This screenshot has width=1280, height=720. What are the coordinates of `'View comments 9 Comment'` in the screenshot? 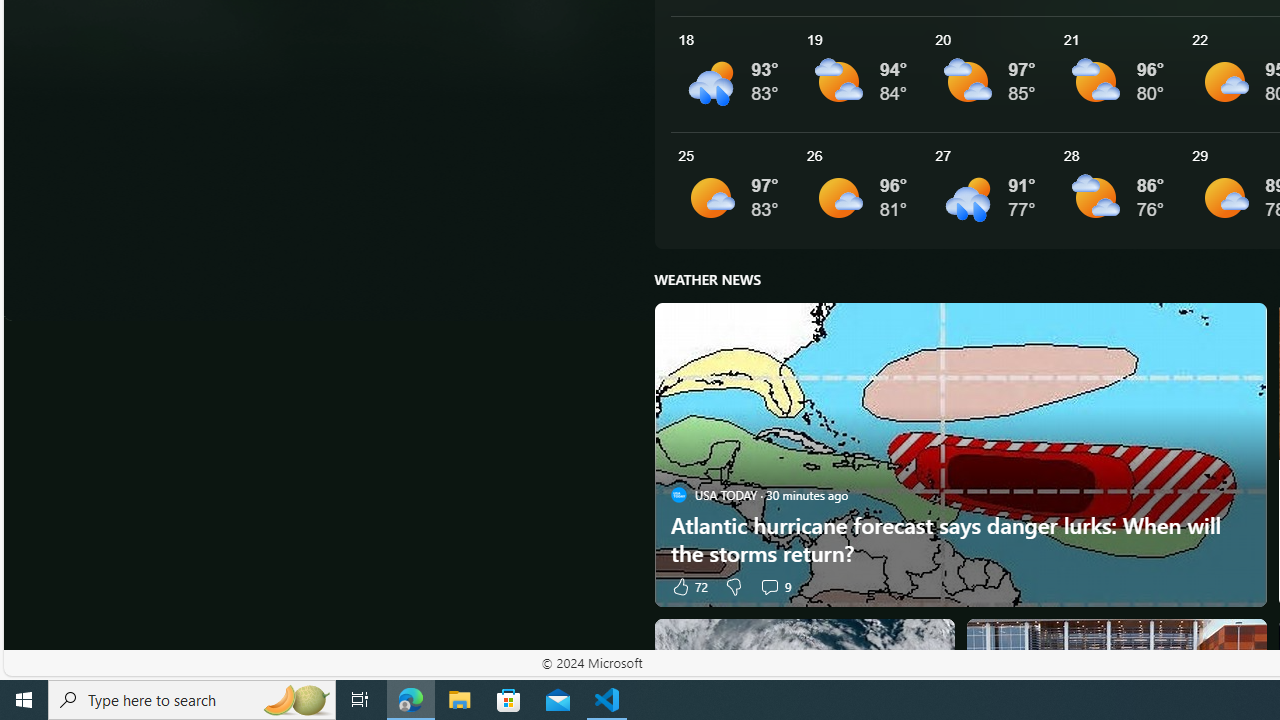 It's located at (768, 585).